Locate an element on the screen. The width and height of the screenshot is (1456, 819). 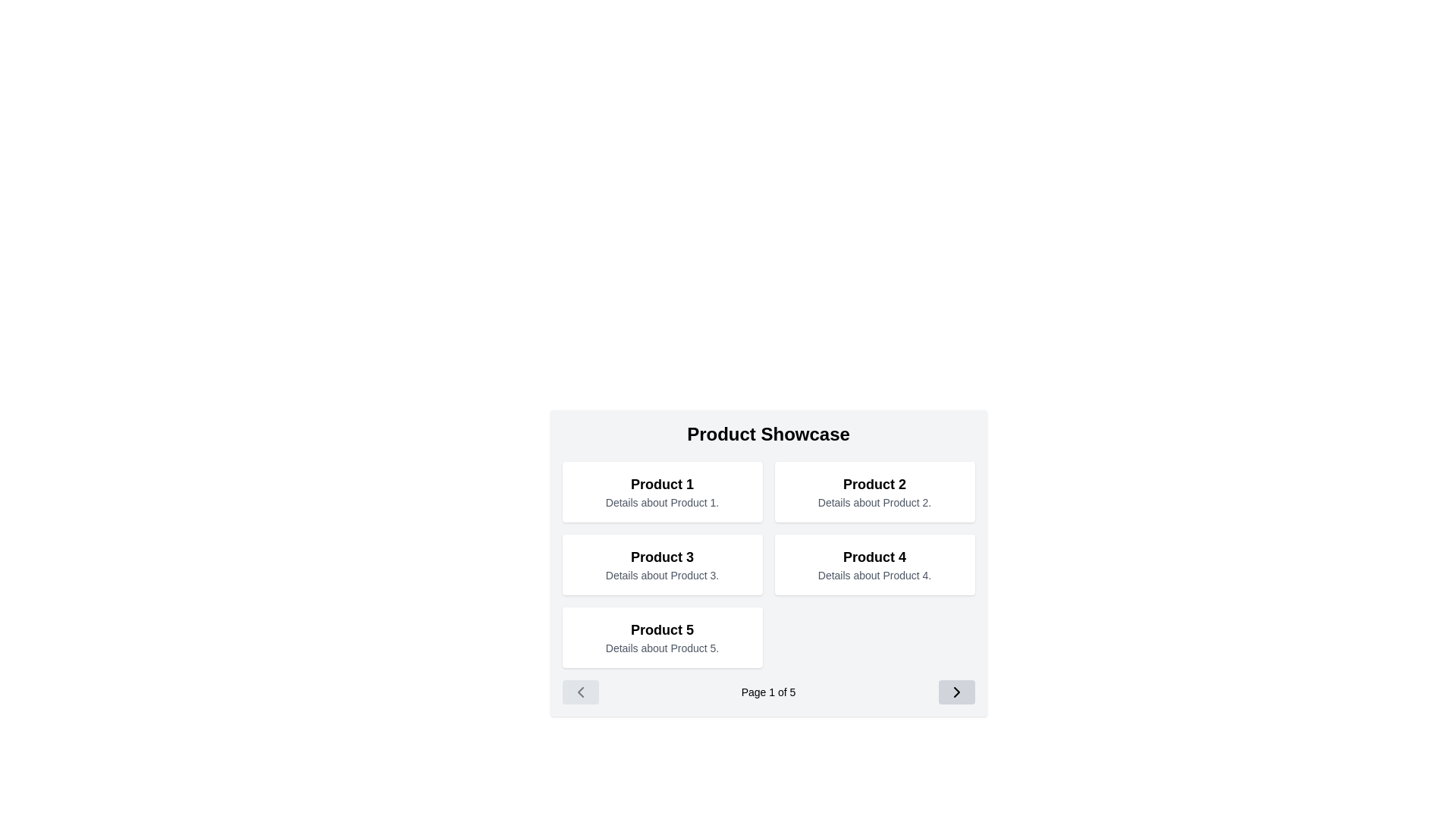
the text label displaying 'Product 1' which is located in the top-left cell of the product showcase section is located at coordinates (662, 485).